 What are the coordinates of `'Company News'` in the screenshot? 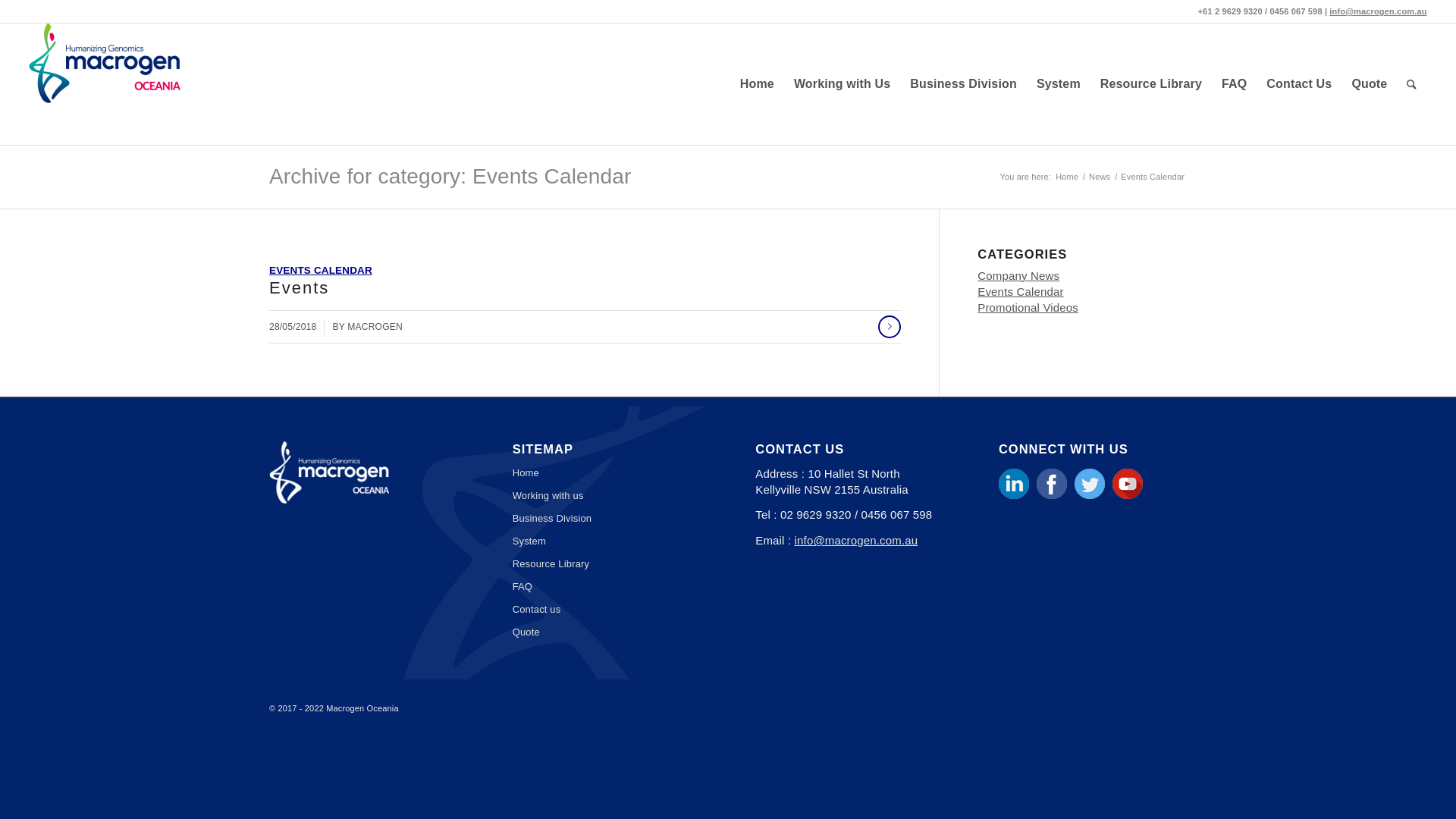 It's located at (1018, 275).